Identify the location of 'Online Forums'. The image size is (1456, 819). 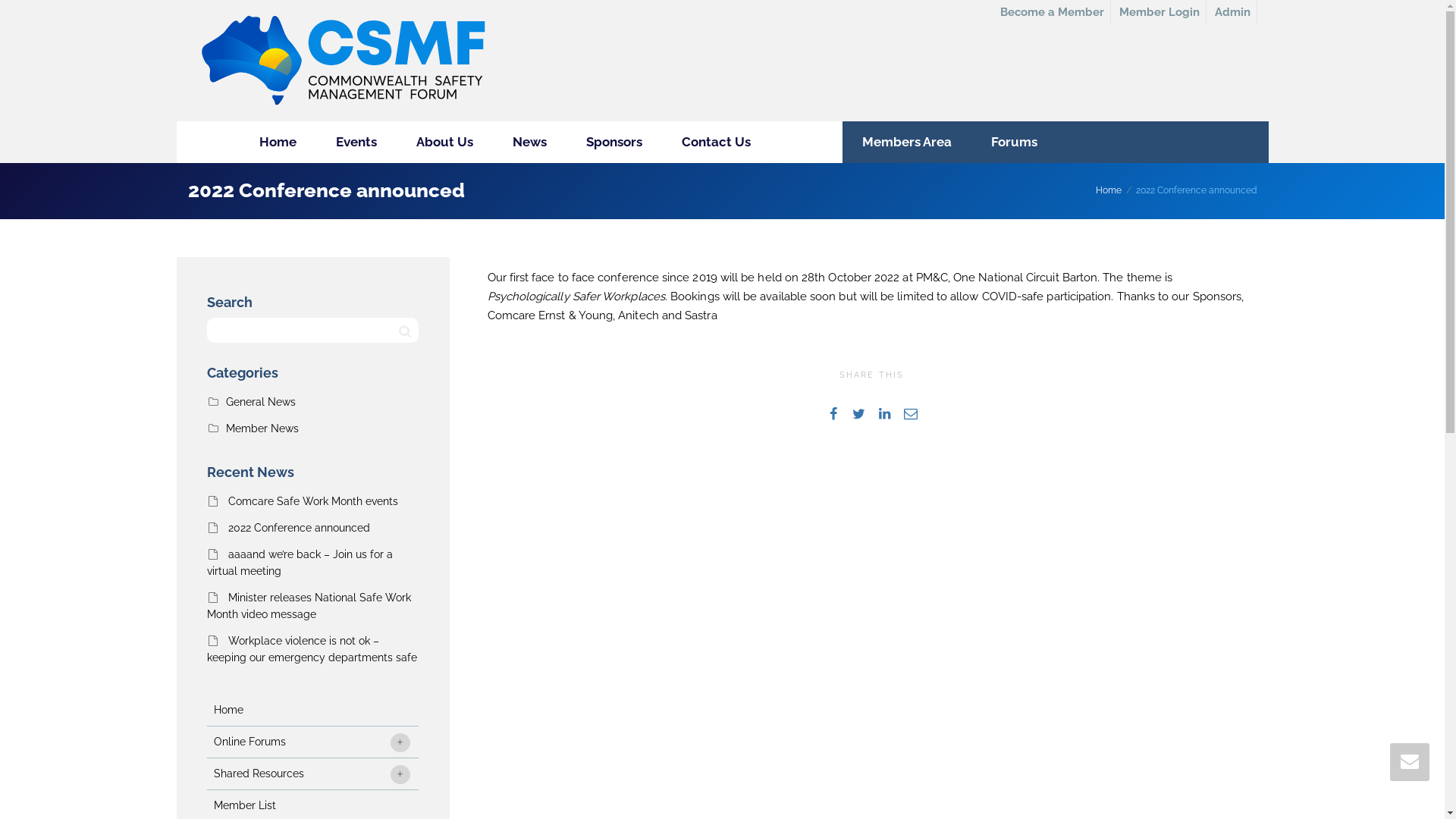
(311, 741).